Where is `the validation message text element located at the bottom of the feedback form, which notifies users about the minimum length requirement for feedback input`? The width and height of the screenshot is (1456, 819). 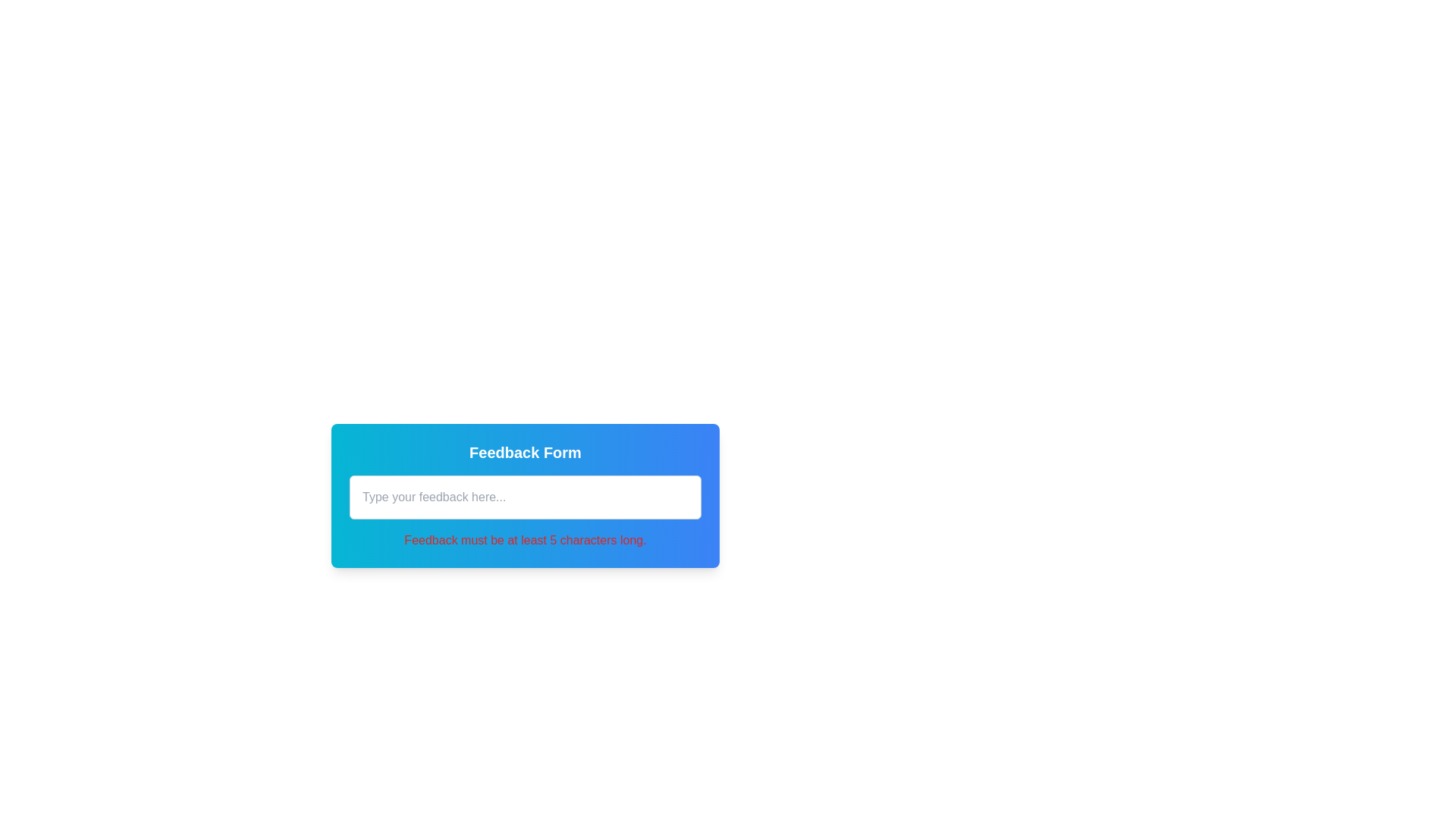
the validation message text element located at the bottom of the feedback form, which notifies users about the minimum length requirement for feedback input is located at coordinates (525, 540).